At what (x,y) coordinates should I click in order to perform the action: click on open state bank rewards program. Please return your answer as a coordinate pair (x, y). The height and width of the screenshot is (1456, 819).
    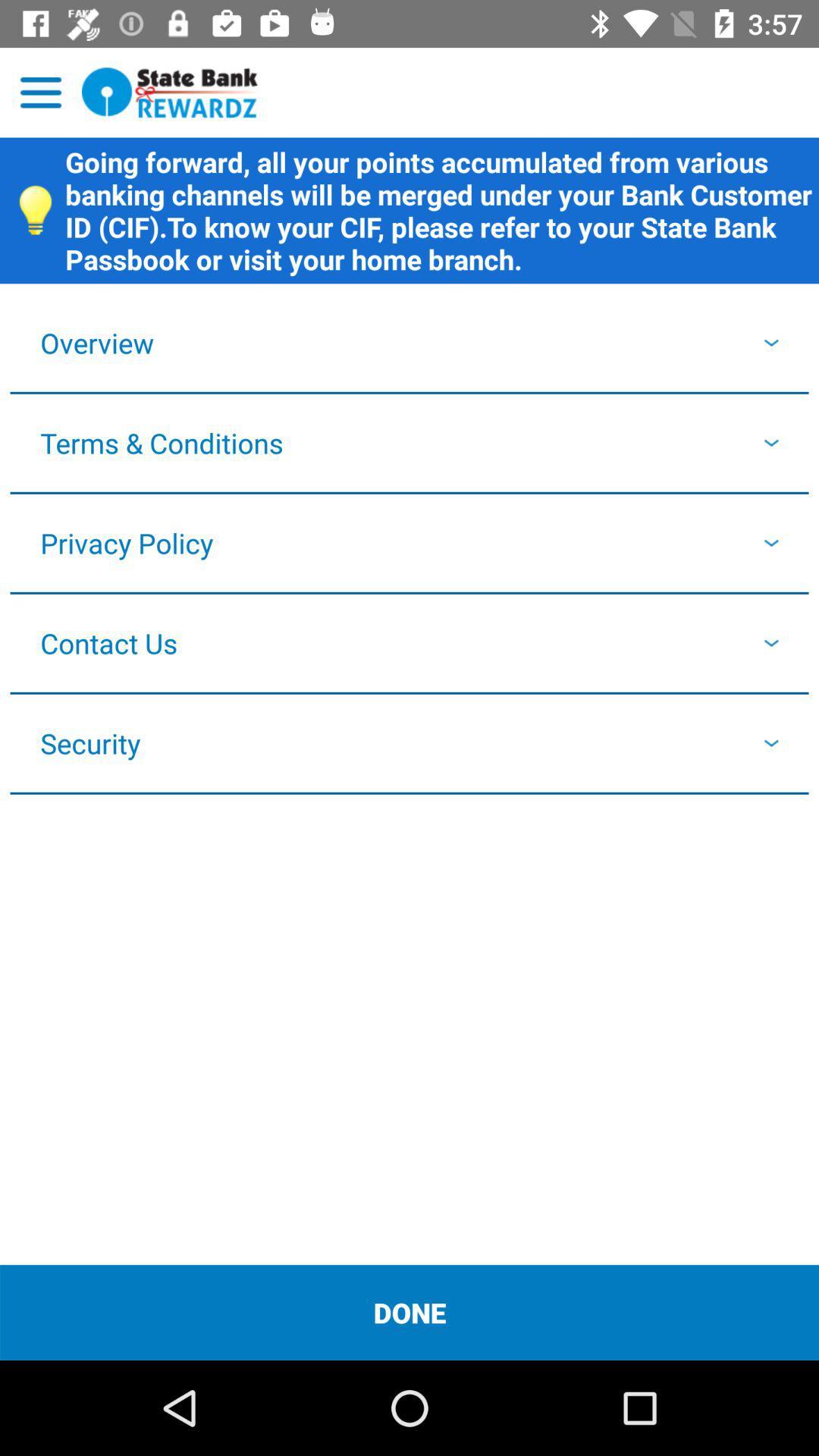
    Looking at the image, I should click on (170, 92).